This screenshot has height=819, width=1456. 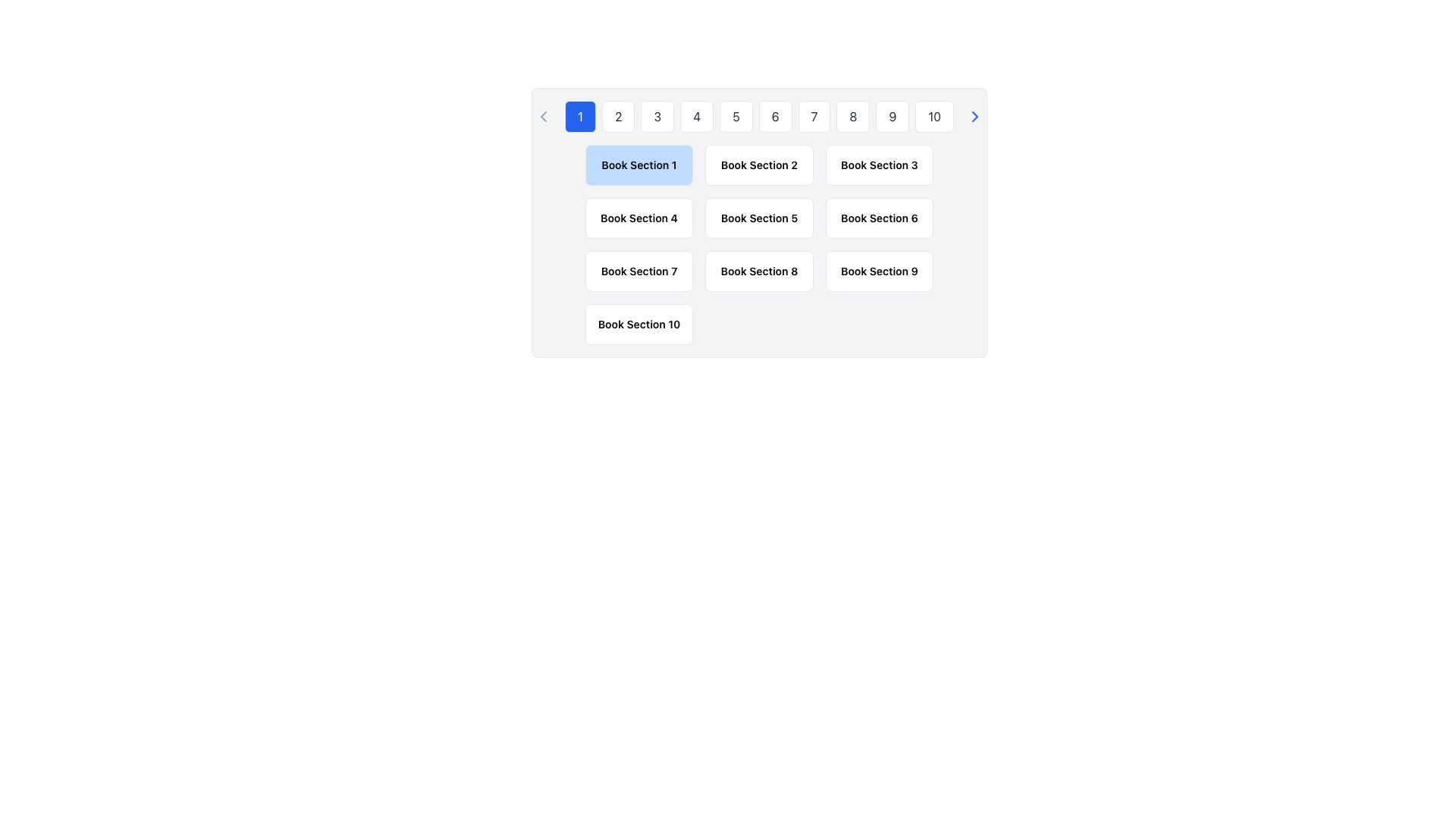 I want to click on the second navigation button in the horizontal list that is positioned, so click(x=618, y=116).